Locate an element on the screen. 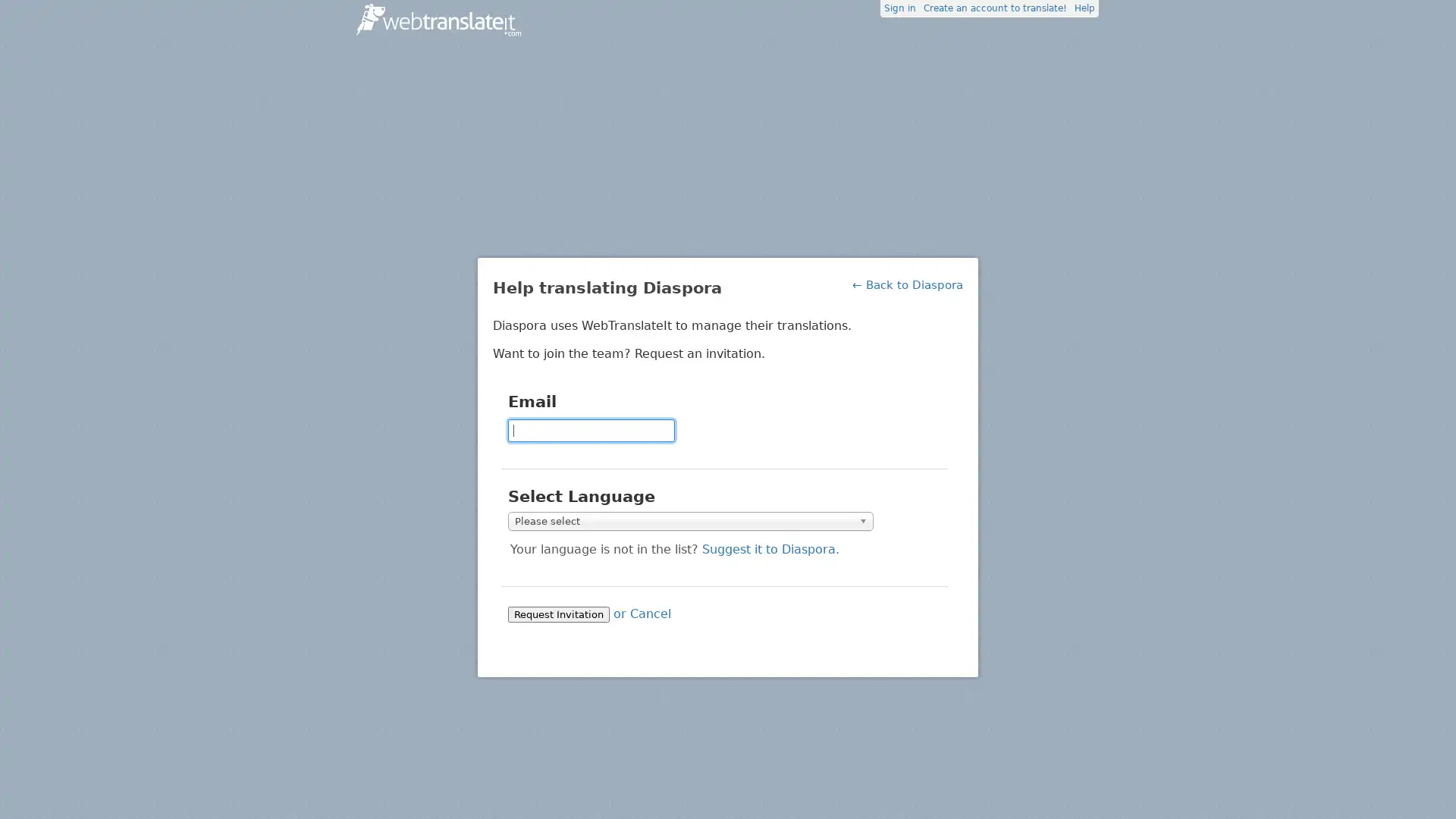 The height and width of the screenshot is (819, 1456). Request Invitation is located at coordinates (558, 613).